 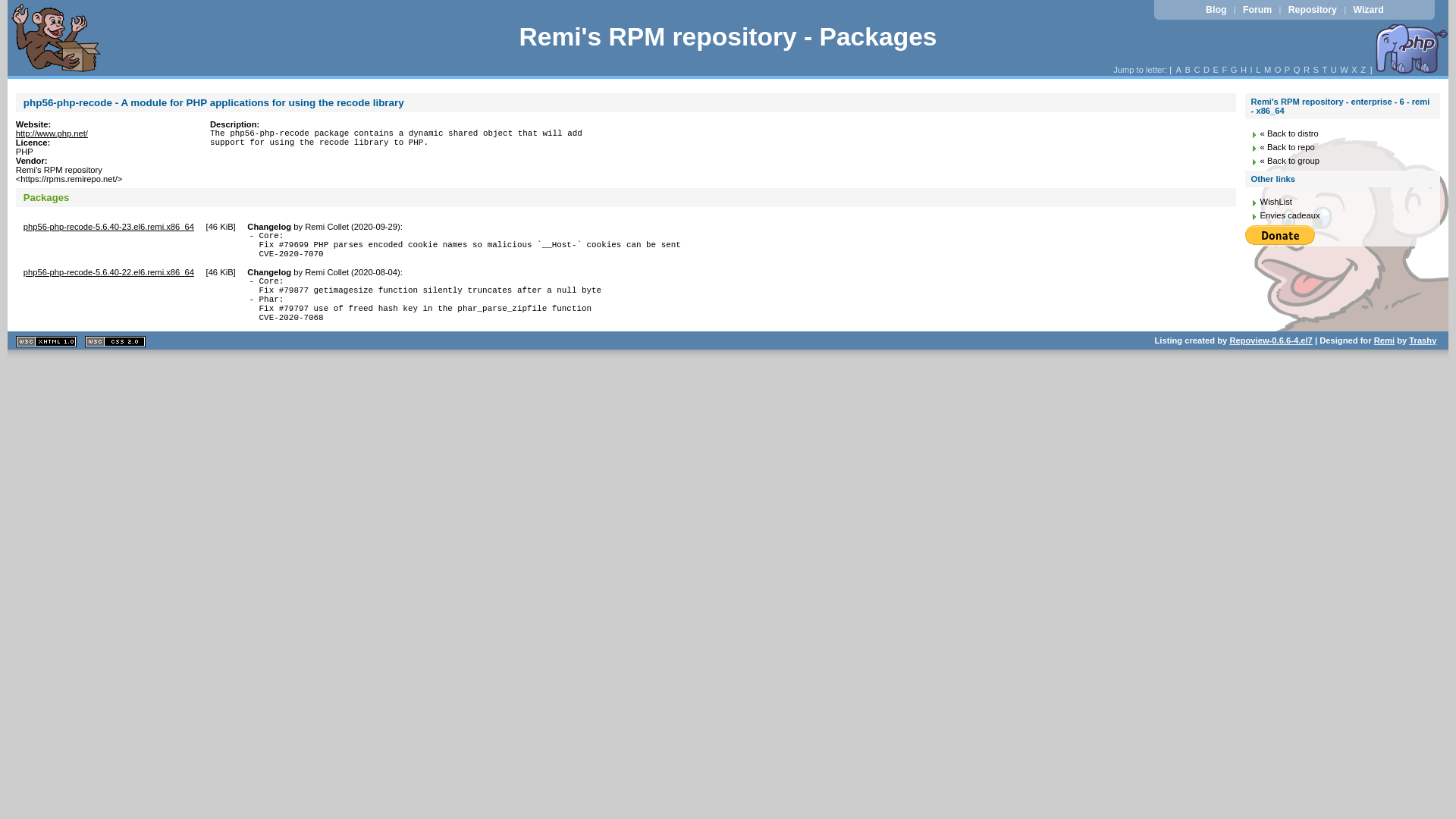 I want to click on 'F', so click(x=1219, y=70).